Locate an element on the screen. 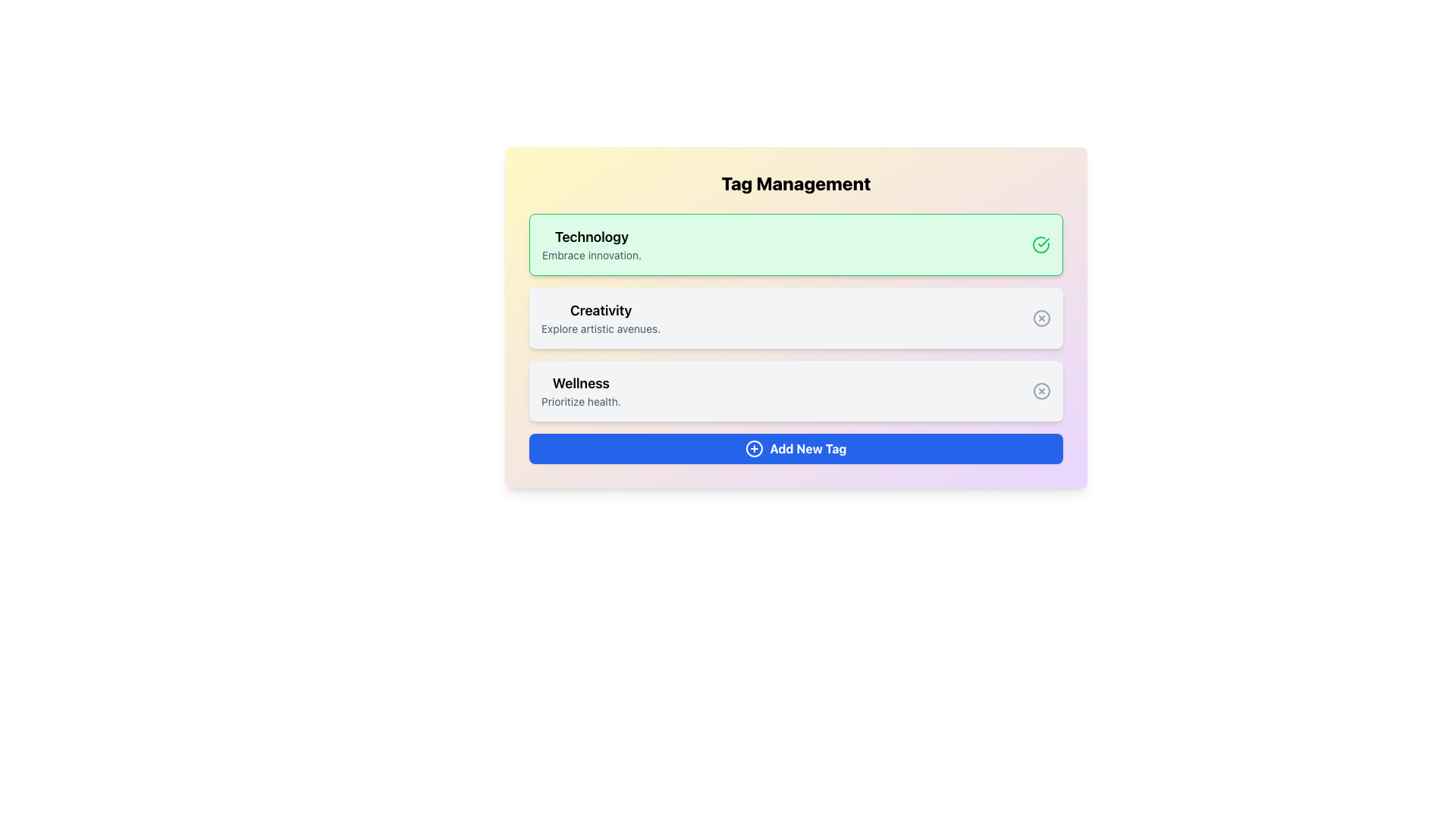 The height and width of the screenshot is (819, 1456). the secondary label text that provides additional context for the 'Wellness' category, located below the 'Wellness' heading in the third item of the vertical list is located at coordinates (580, 400).